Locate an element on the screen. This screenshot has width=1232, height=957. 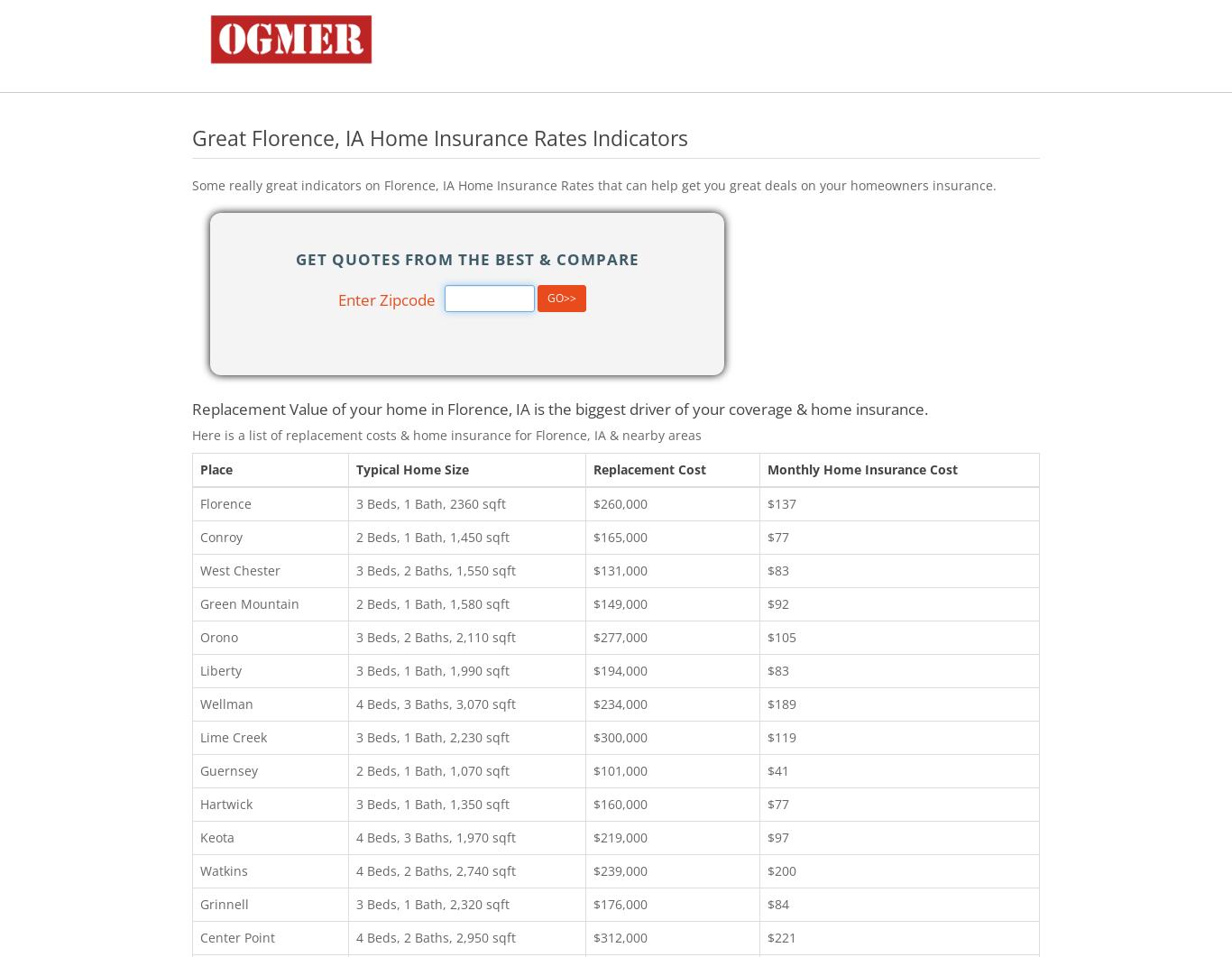
'Green Mountain' is located at coordinates (198, 602).